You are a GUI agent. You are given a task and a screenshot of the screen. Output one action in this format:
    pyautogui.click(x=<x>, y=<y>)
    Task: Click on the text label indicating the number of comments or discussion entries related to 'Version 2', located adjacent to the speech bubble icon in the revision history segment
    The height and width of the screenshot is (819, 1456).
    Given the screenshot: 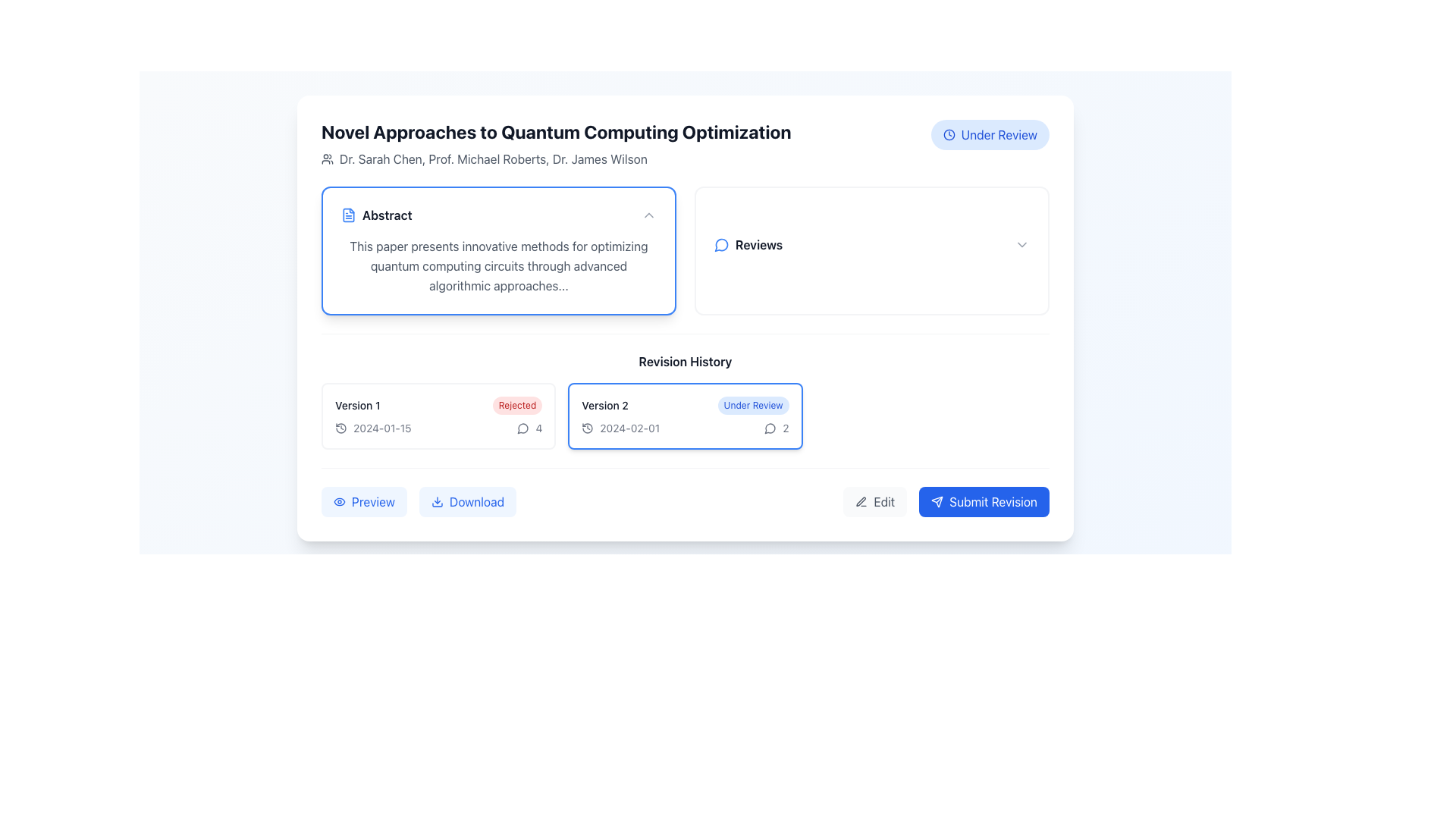 What is the action you would take?
    pyautogui.click(x=538, y=428)
    